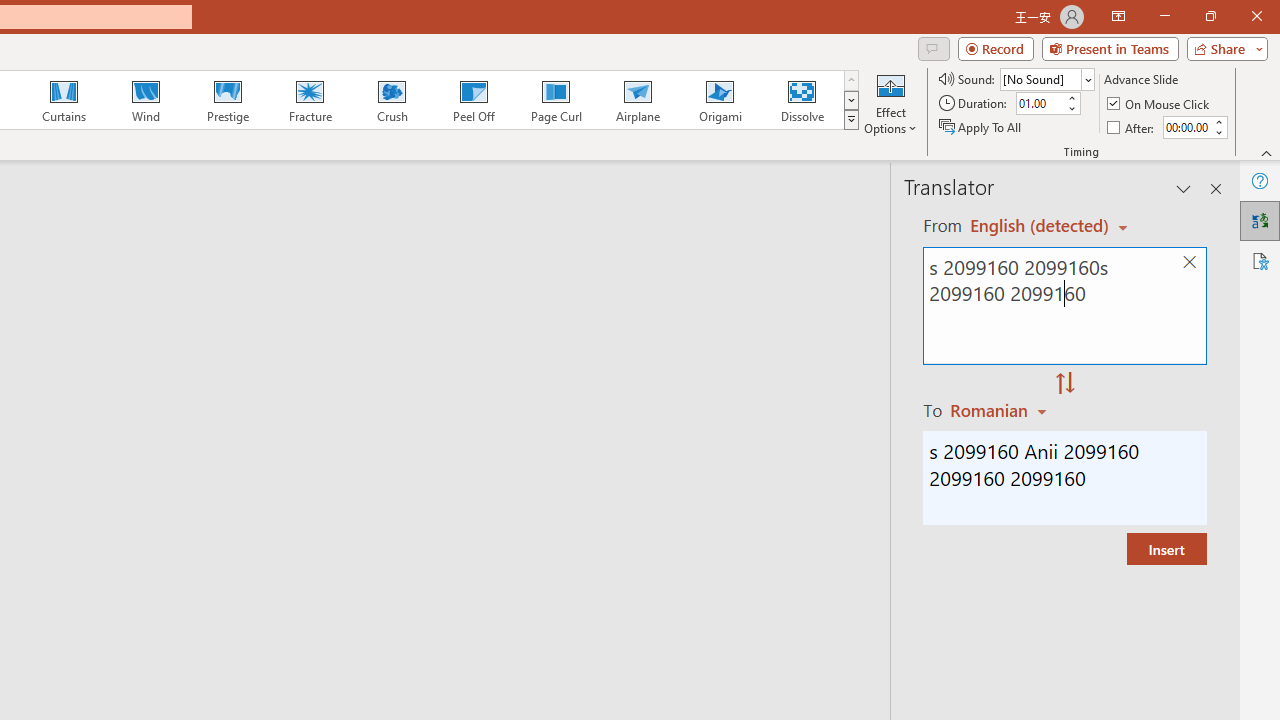  I want to click on 'Curtains', so click(64, 100).